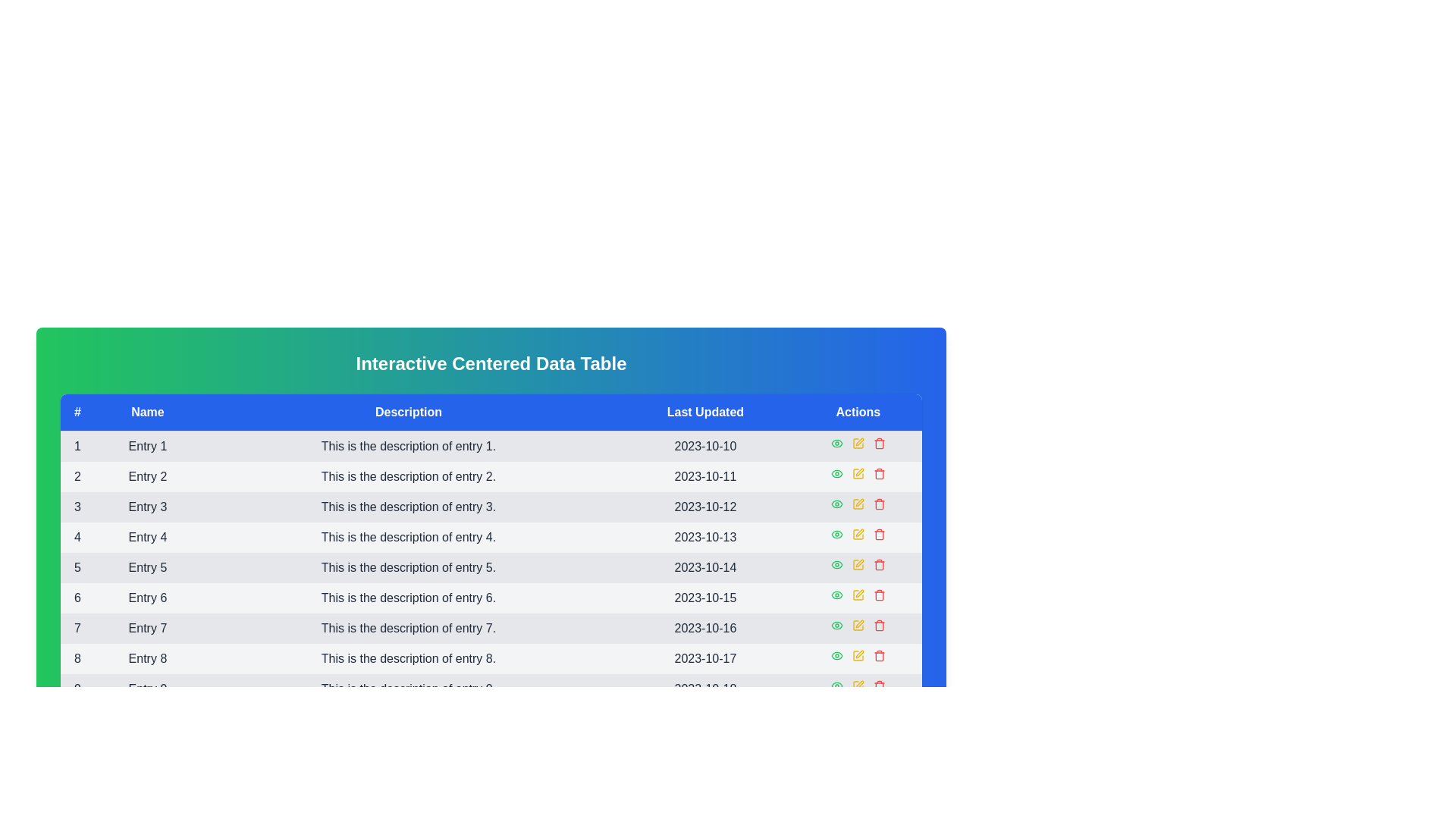 The image size is (1456, 819). What do you see at coordinates (408, 413) in the screenshot?
I see `the column header to sort the data by Description` at bounding box center [408, 413].